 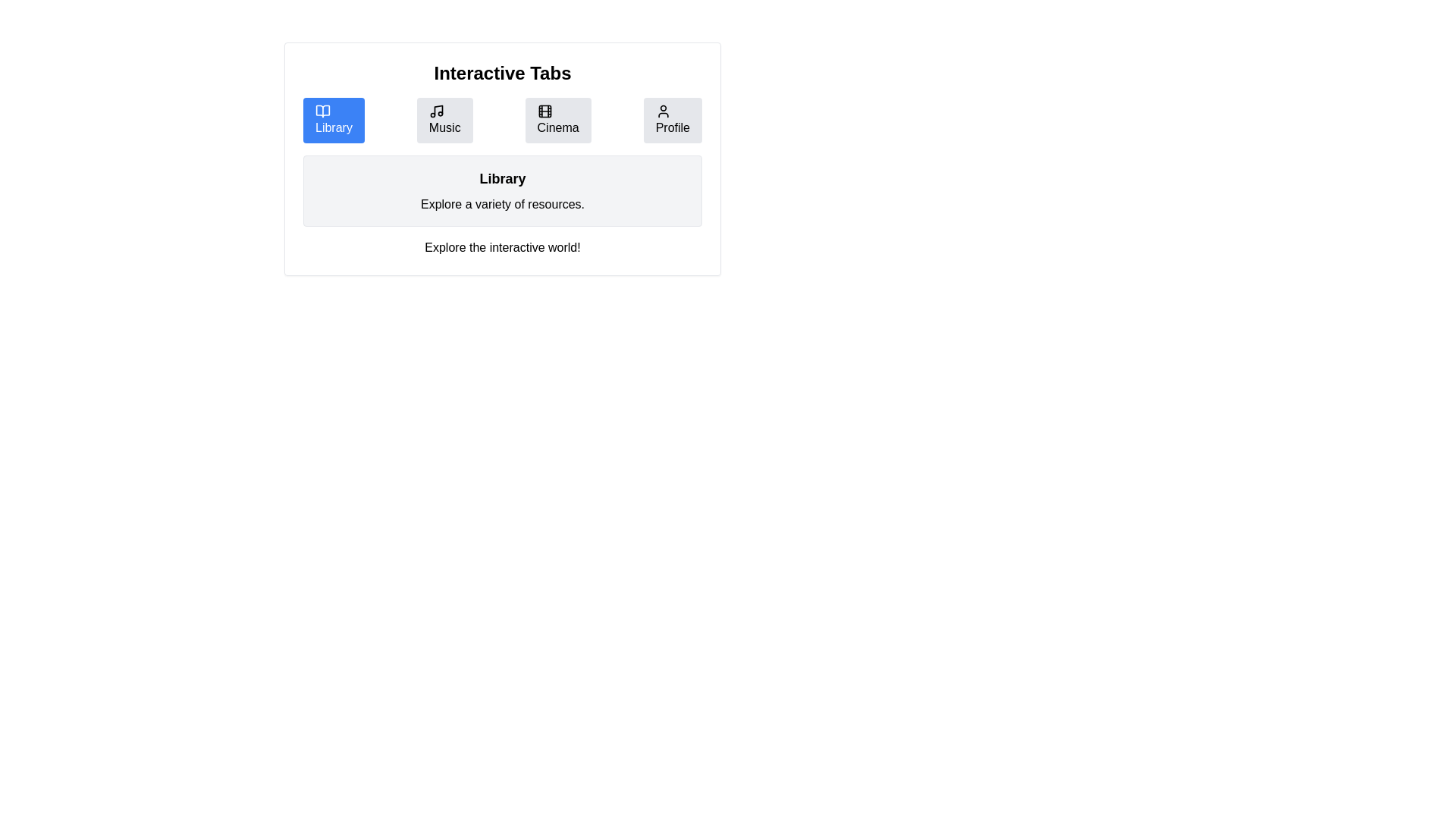 I want to click on the Cinema tab by clicking on its button, so click(x=557, y=119).